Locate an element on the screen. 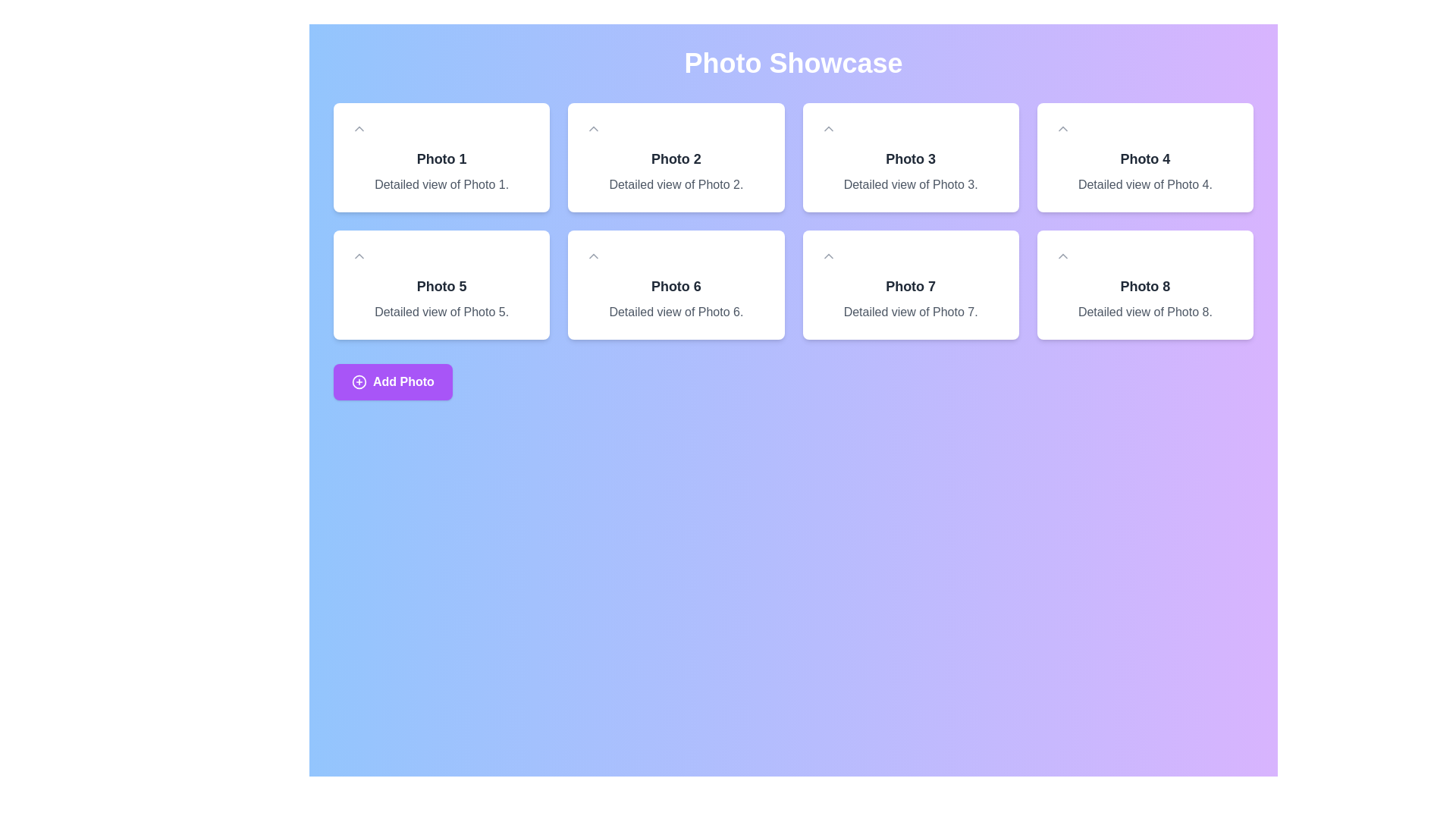 The width and height of the screenshot is (1456, 819). the text label that provides a descriptive subtitle for the card labeled 'Photo 3', located at the bottom of the card and directly below the title is located at coordinates (910, 184).